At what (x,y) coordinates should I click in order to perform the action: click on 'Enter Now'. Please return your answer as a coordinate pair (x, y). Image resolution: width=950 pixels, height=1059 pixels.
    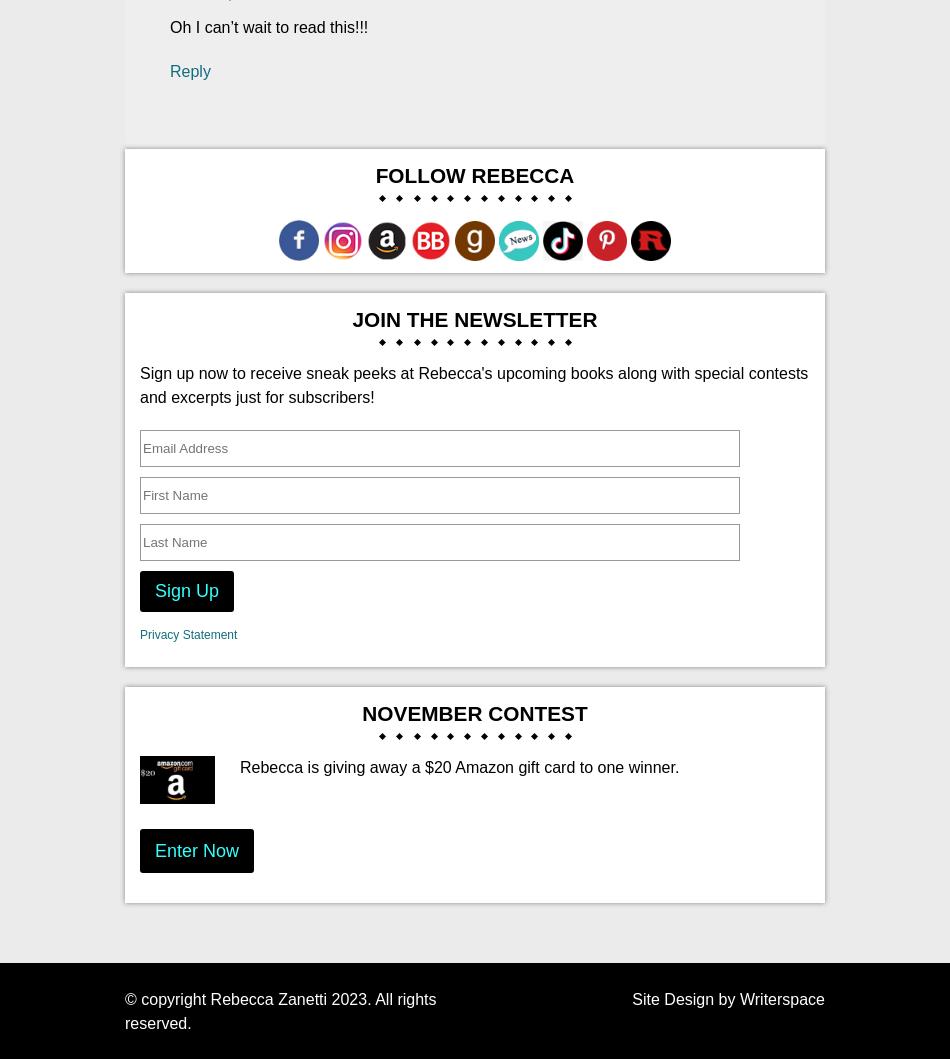
    Looking at the image, I should click on (197, 849).